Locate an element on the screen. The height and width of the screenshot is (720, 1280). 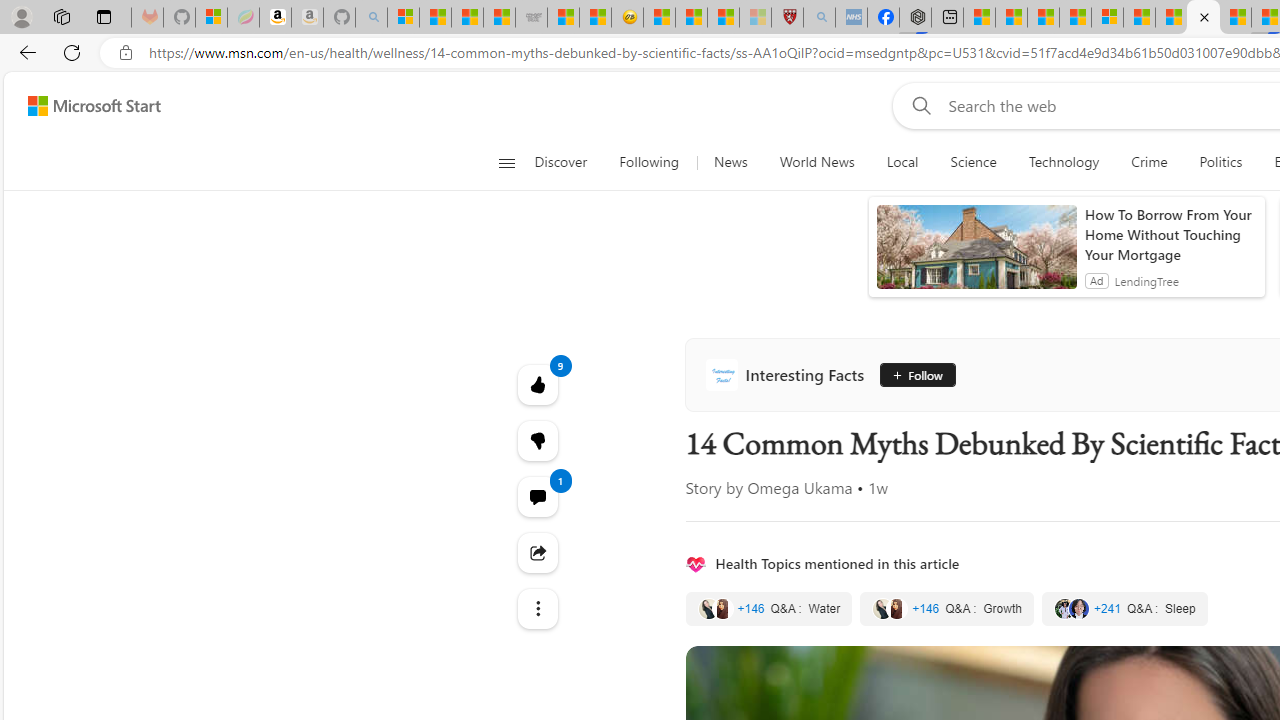
'View comments 1 Comment' is located at coordinates (537, 495).